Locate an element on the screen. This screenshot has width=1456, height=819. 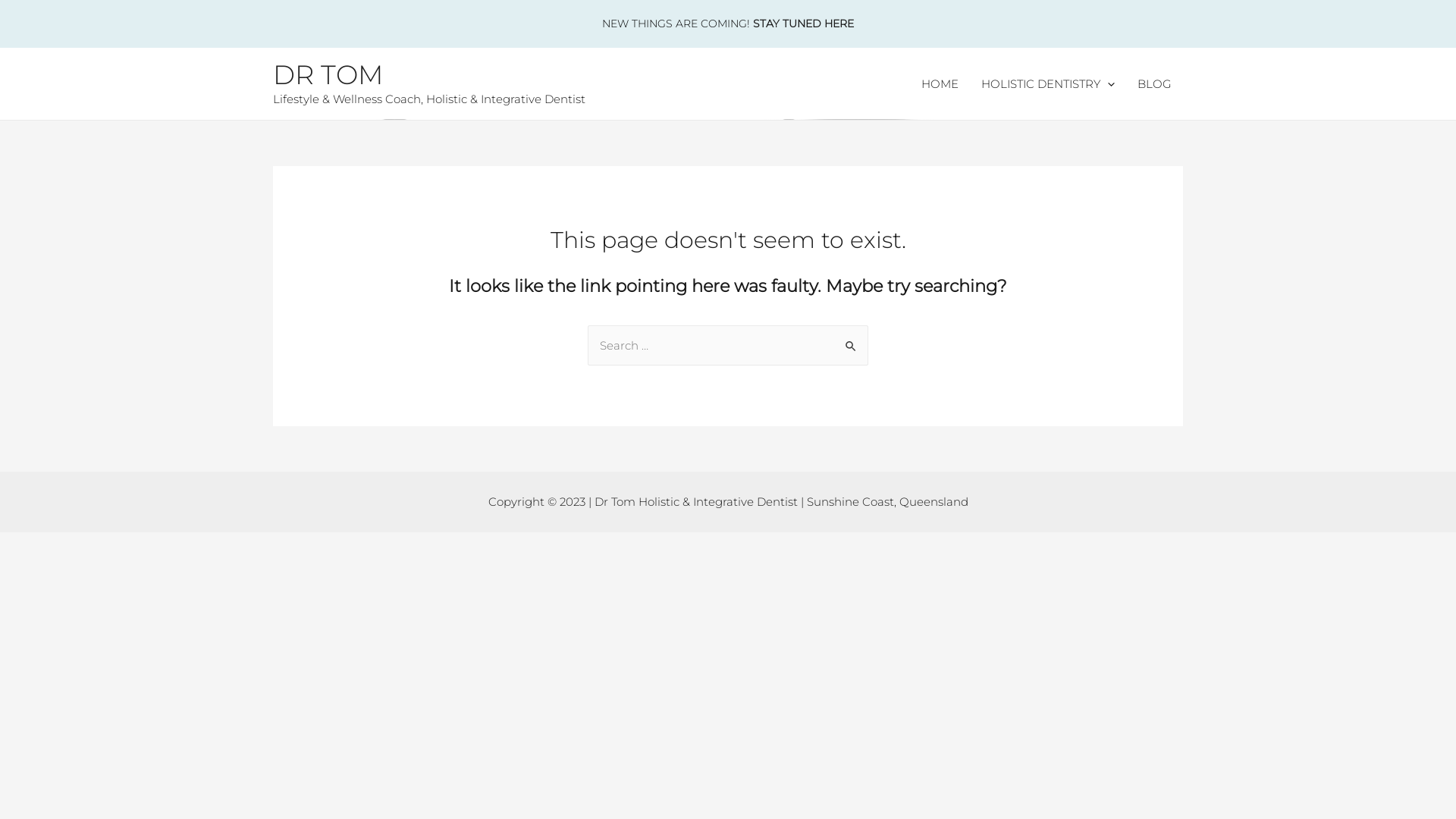
'BLOG' is located at coordinates (1125, 84).